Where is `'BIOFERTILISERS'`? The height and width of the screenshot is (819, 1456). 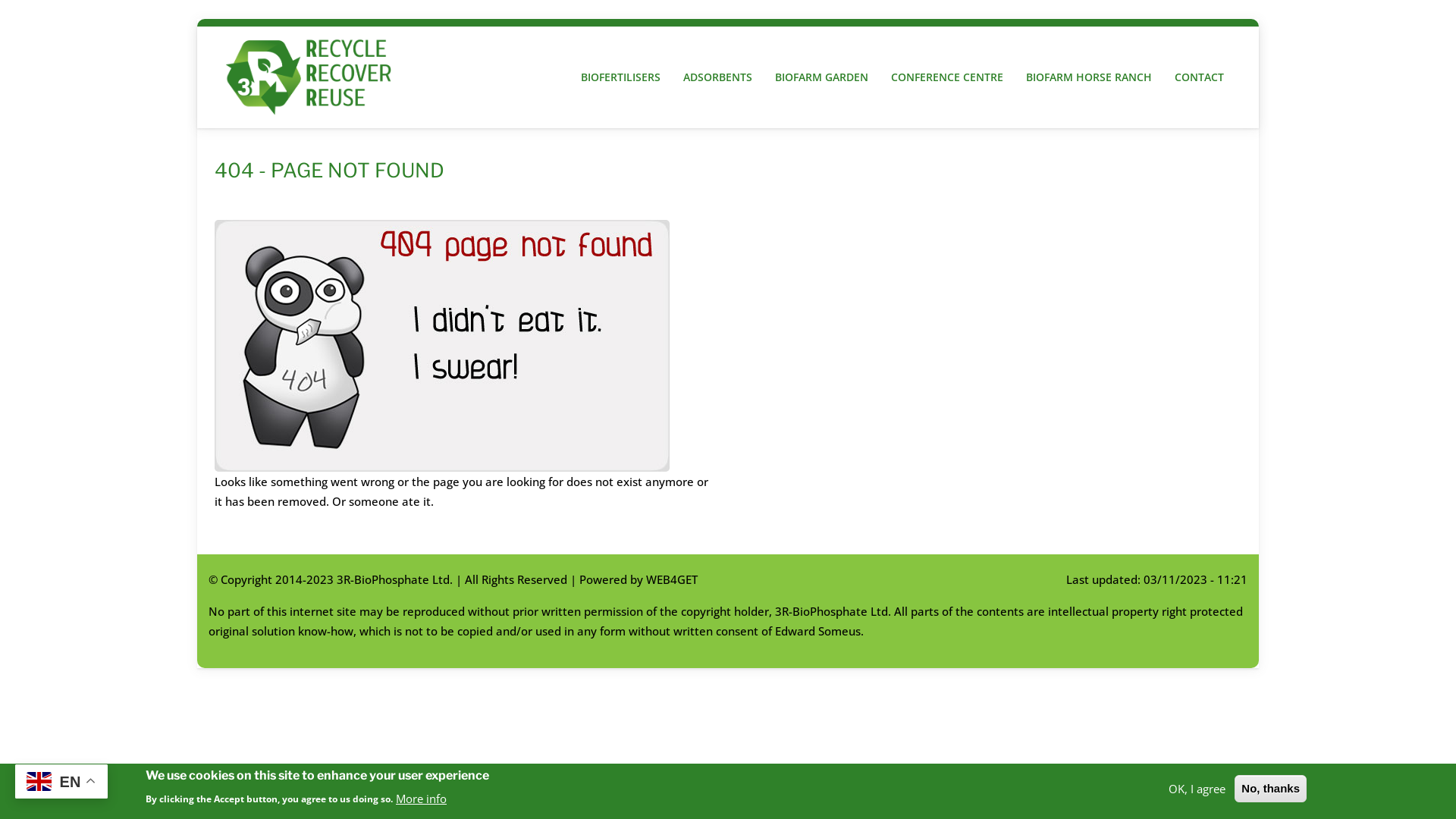
'BIOFERTILISERS' is located at coordinates (568, 77).